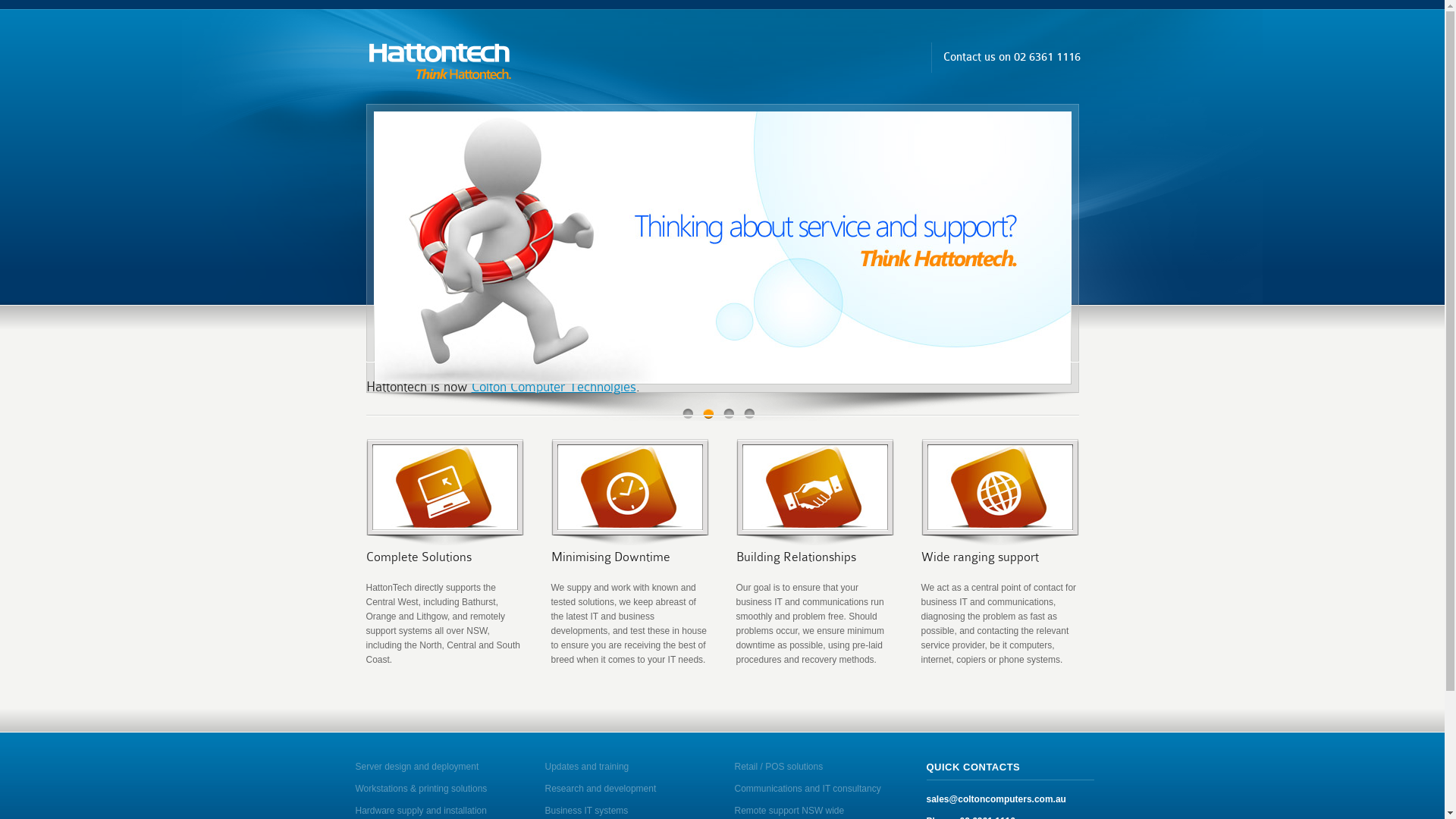 The image size is (1456, 819). Describe the element at coordinates (926, 798) in the screenshot. I see `'sales@coltoncomputers.com.au'` at that location.